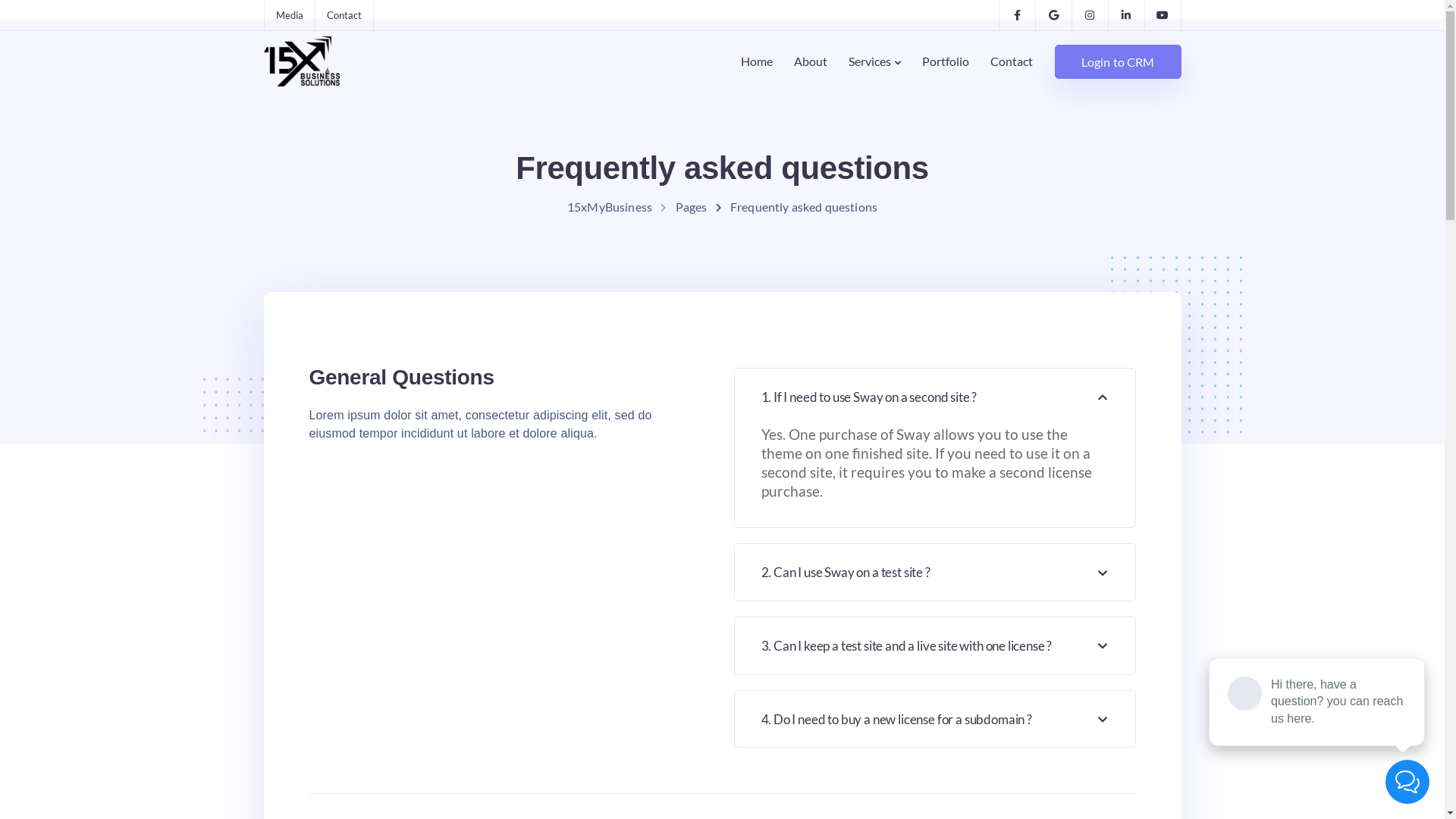 This screenshot has height=819, width=1456. What do you see at coordinates (855, 526) in the screenshot?
I see `'Automation Calculator'` at bounding box center [855, 526].